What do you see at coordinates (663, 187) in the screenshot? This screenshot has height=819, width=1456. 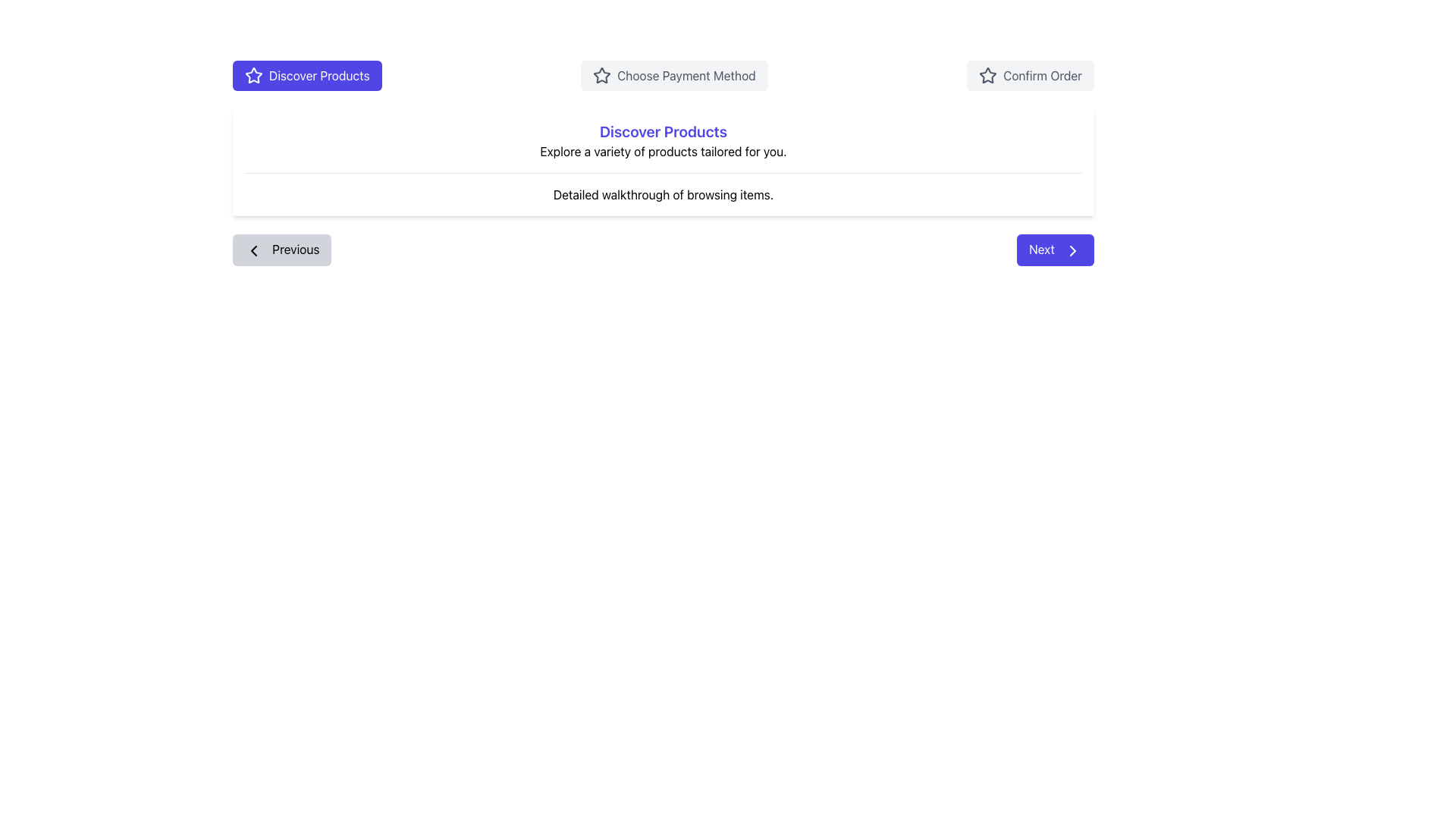 I see `the descriptive text display located below the 'Explore a variety of products tailored for you.' text, which provides guidance or context for the section` at bounding box center [663, 187].